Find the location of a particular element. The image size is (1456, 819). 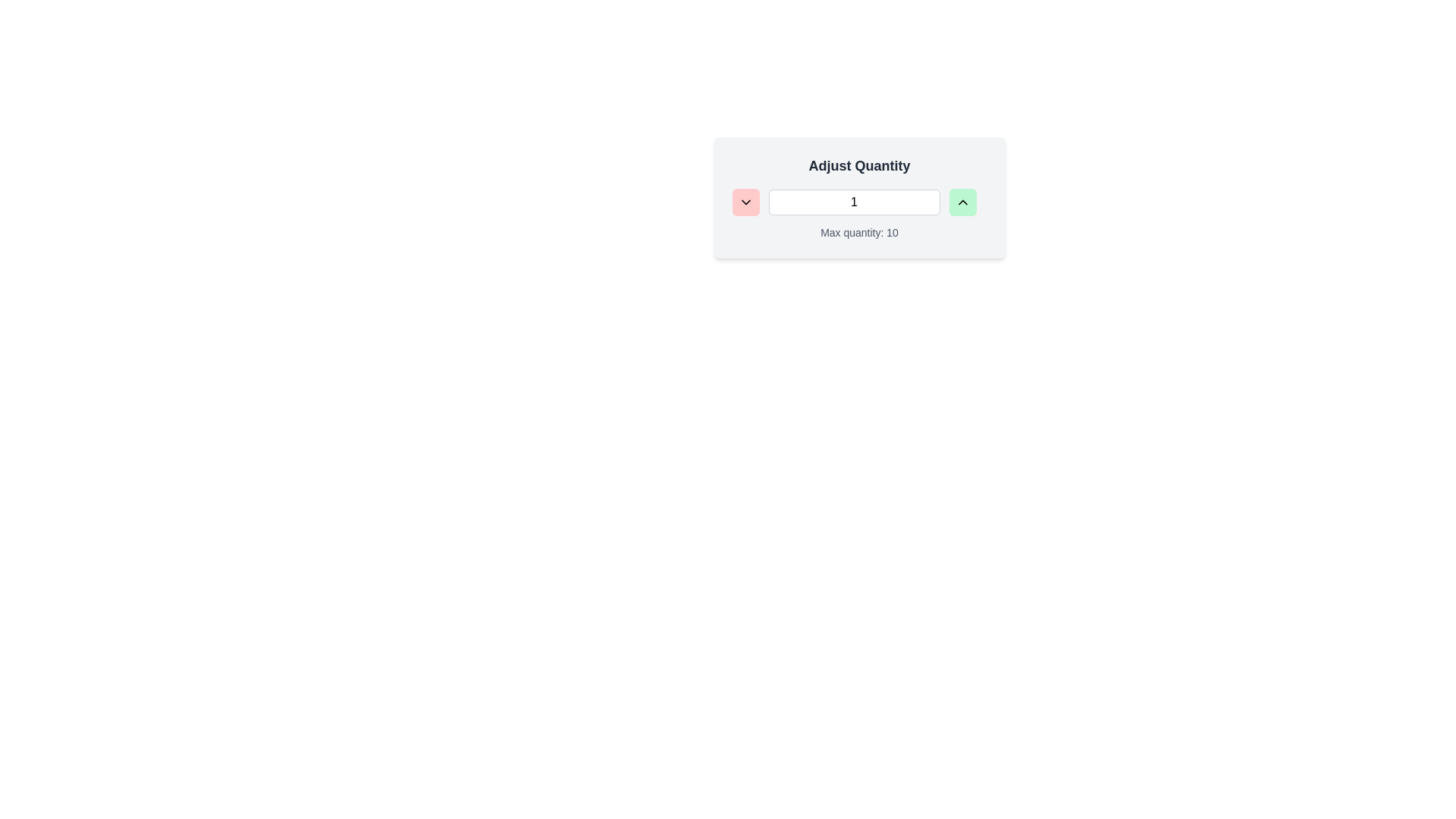

the numeric input field displaying '1' to focus on it is located at coordinates (854, 201).